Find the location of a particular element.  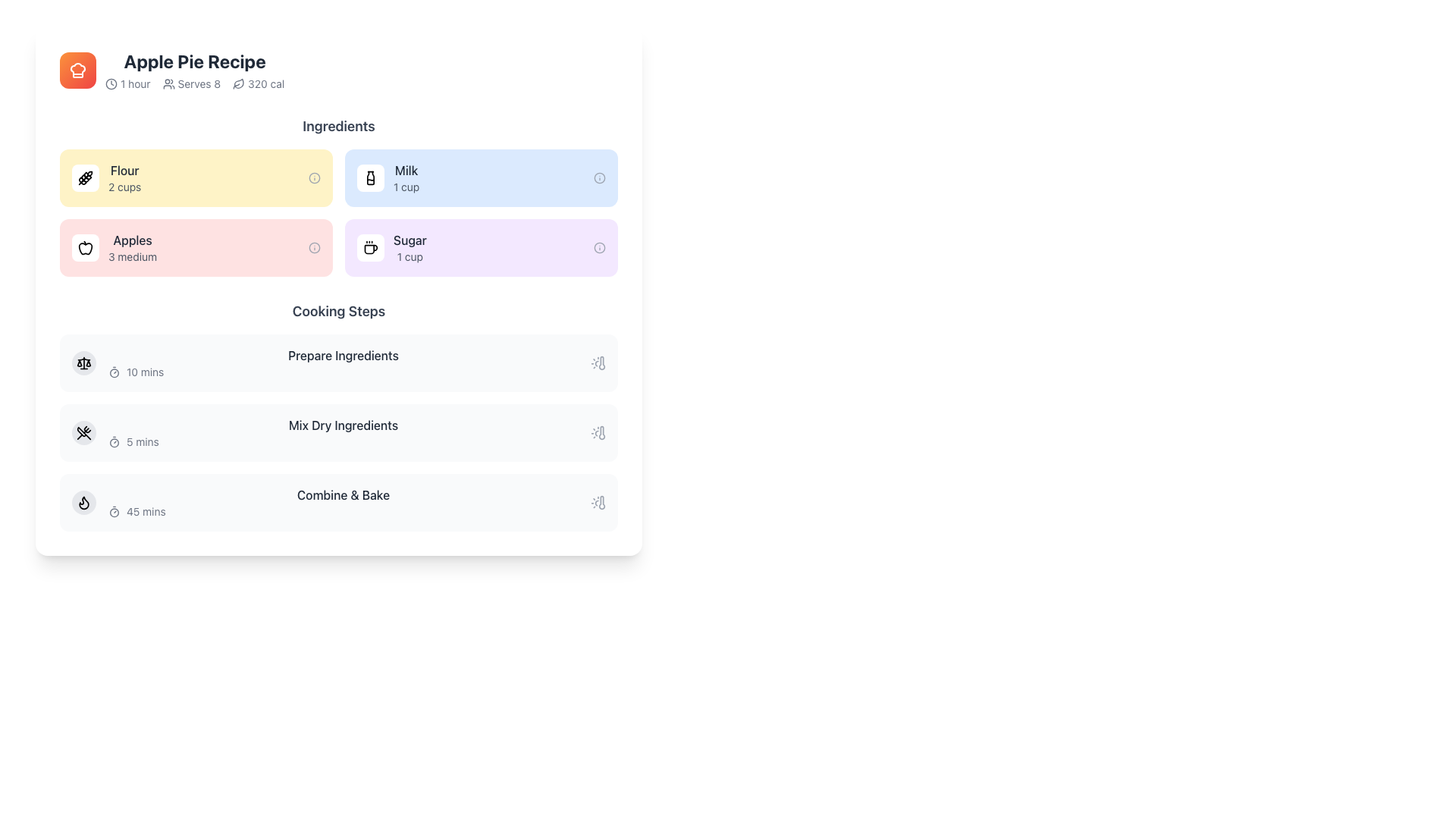

the milk icon located to the left of the text description 'Milk 1 cup' in the 'Milk 1 cup' card under the 'Ingredients' heading is located at coordinates (371, 177).